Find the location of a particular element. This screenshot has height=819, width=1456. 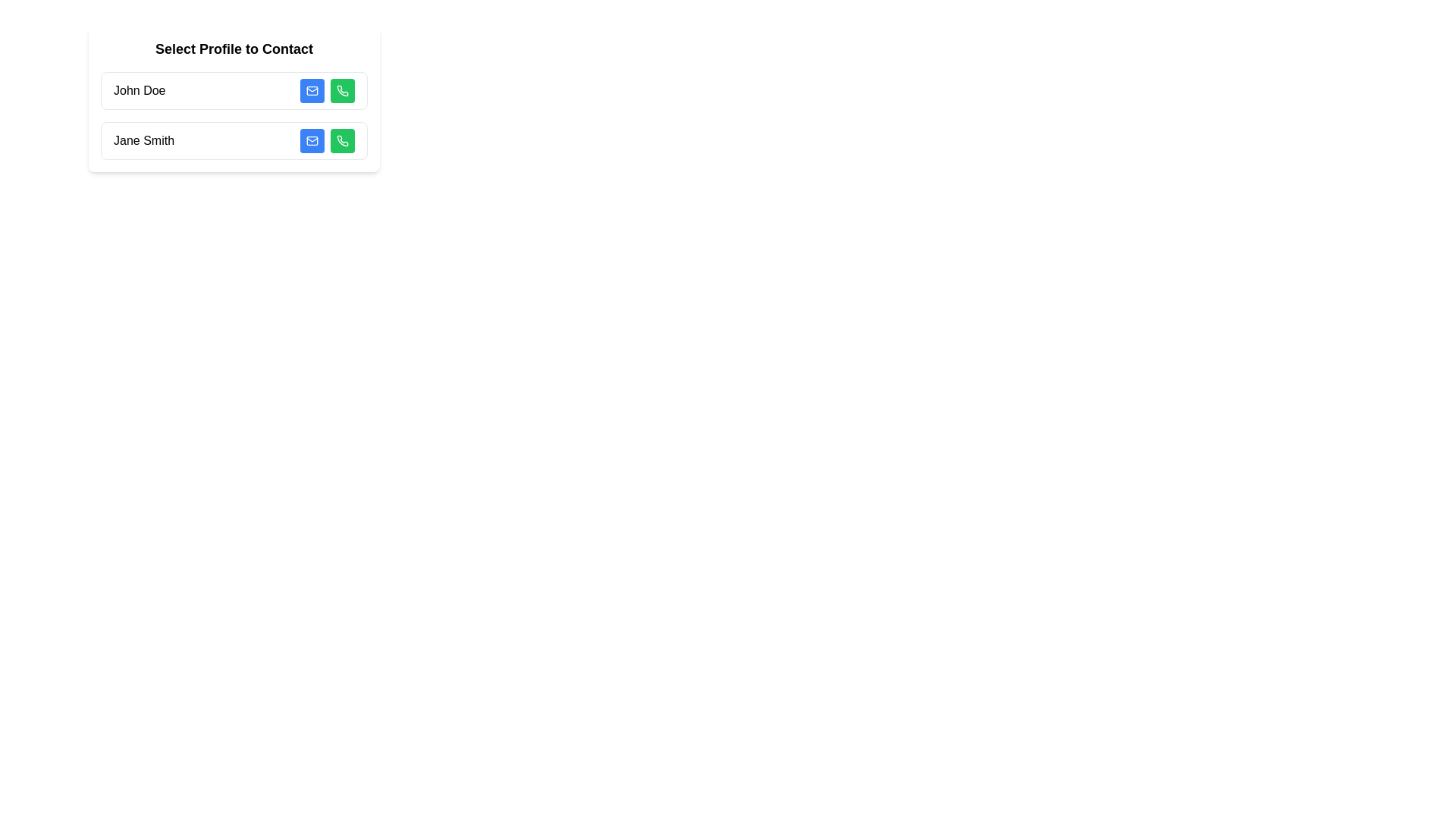

the interactive button group for 'John Doe,' which contains a blue mail icon button and a green phone icon button is located at coordinates (327, 90).